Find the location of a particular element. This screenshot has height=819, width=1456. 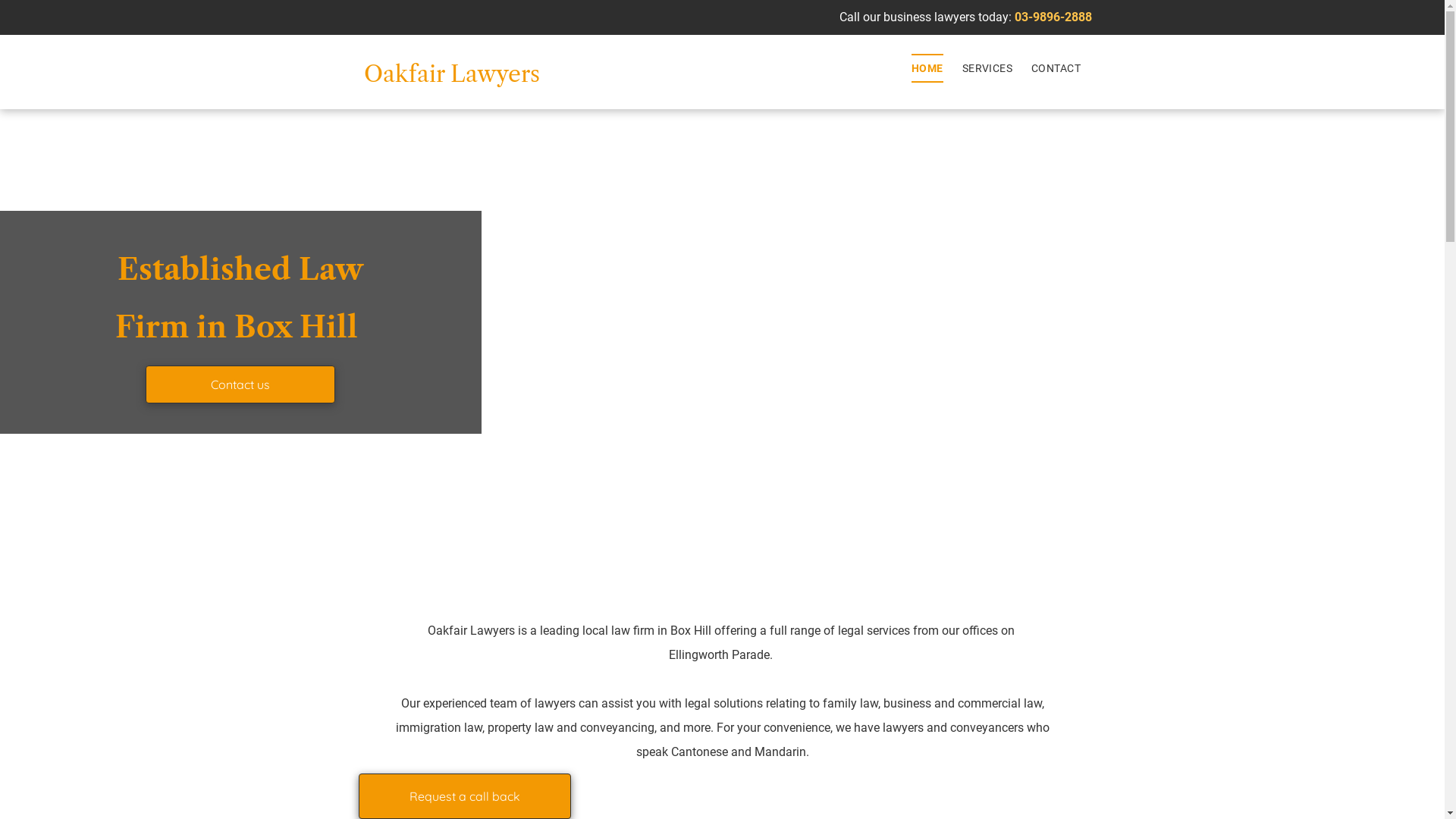

'Oakfair Lawyers' is located at coordinates (450, 74).